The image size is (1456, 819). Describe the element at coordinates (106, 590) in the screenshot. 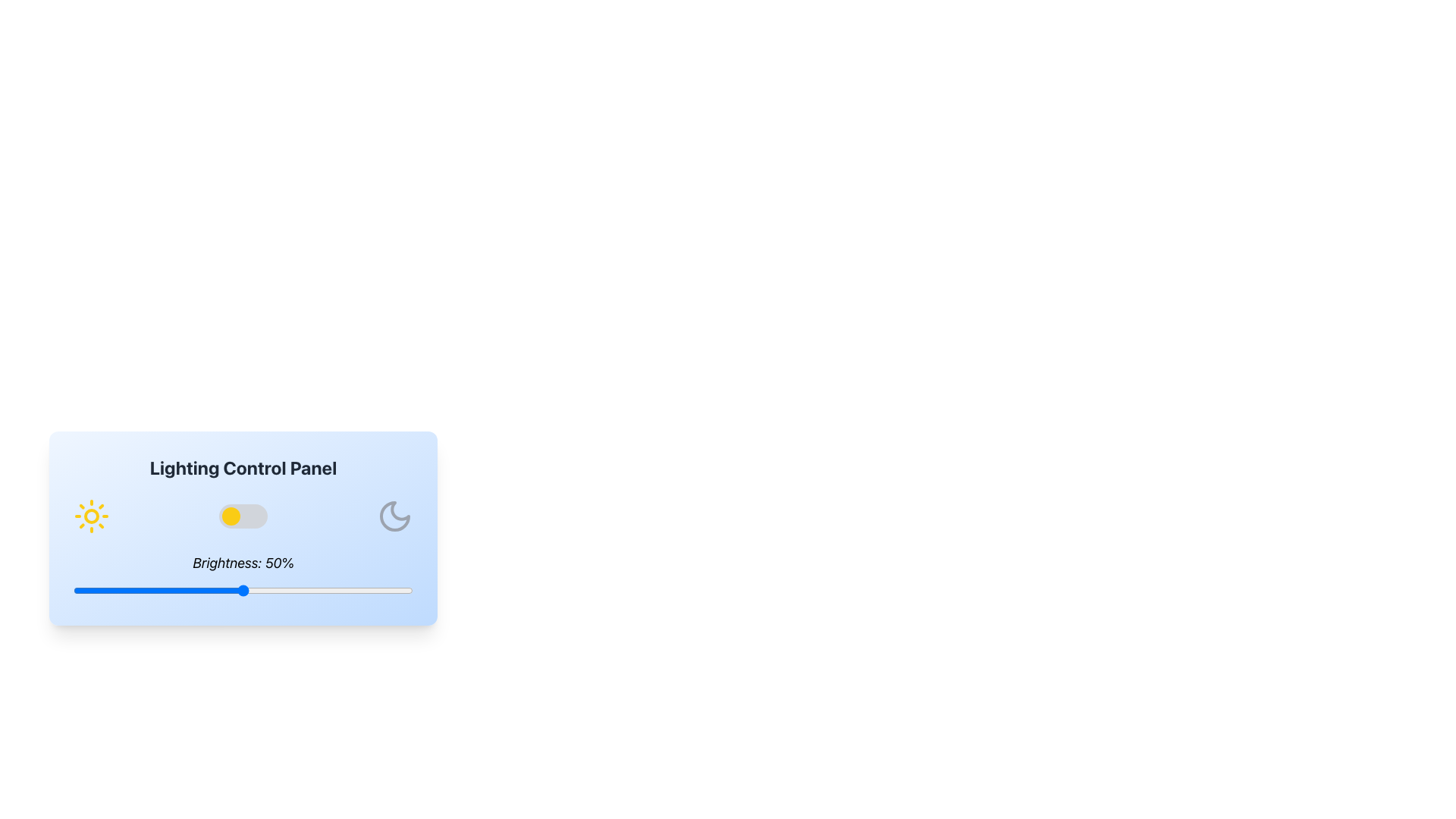

I see `the brightness level` at that location.